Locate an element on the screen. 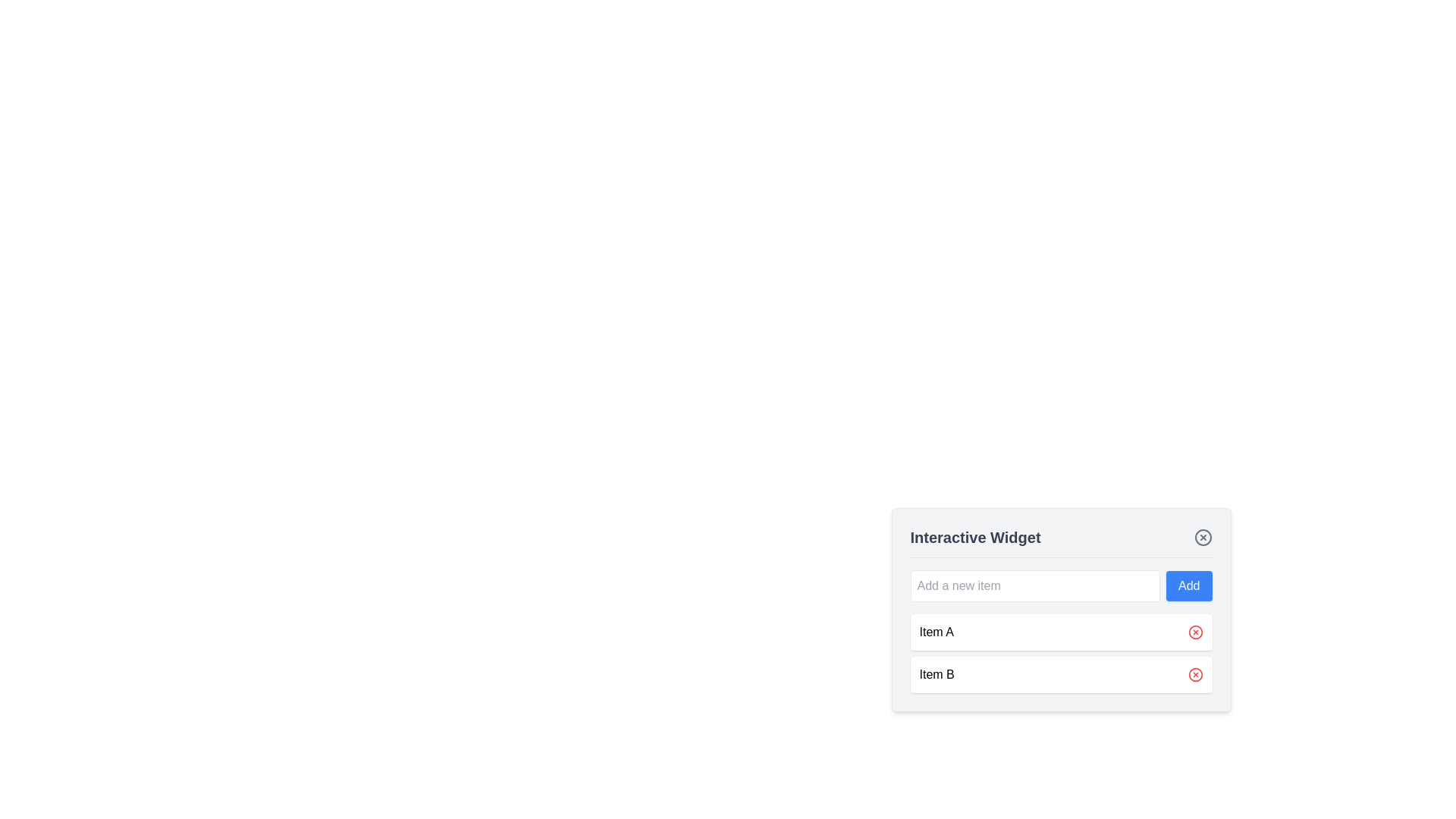 This screenshot has height=819, width=1456. the text input field within the composite component containing a button labeled 'Add' located in the 'Interactive Widget' section is located at coordinates (1060, 585).